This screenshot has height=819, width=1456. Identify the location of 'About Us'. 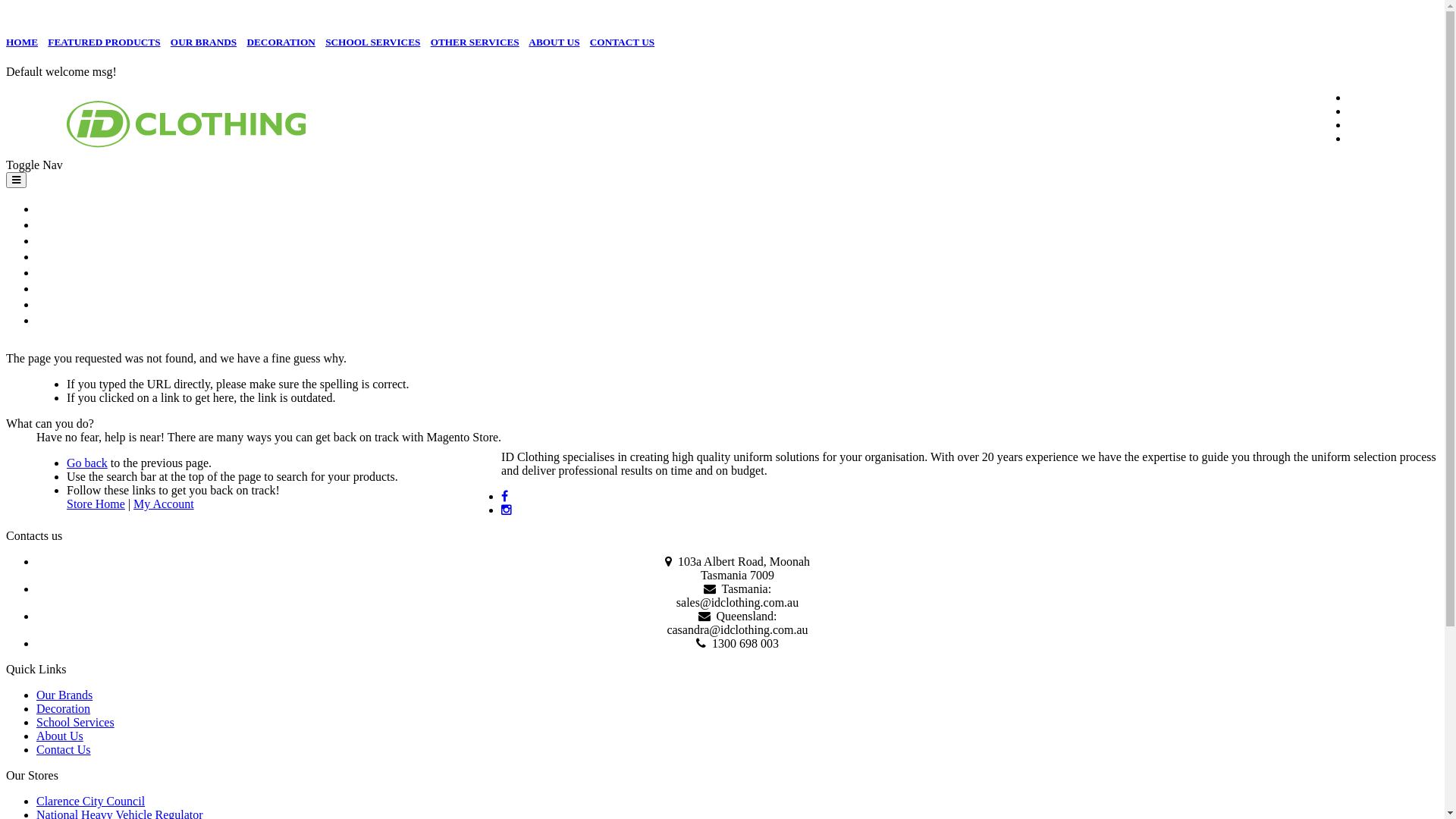
(59, 735).